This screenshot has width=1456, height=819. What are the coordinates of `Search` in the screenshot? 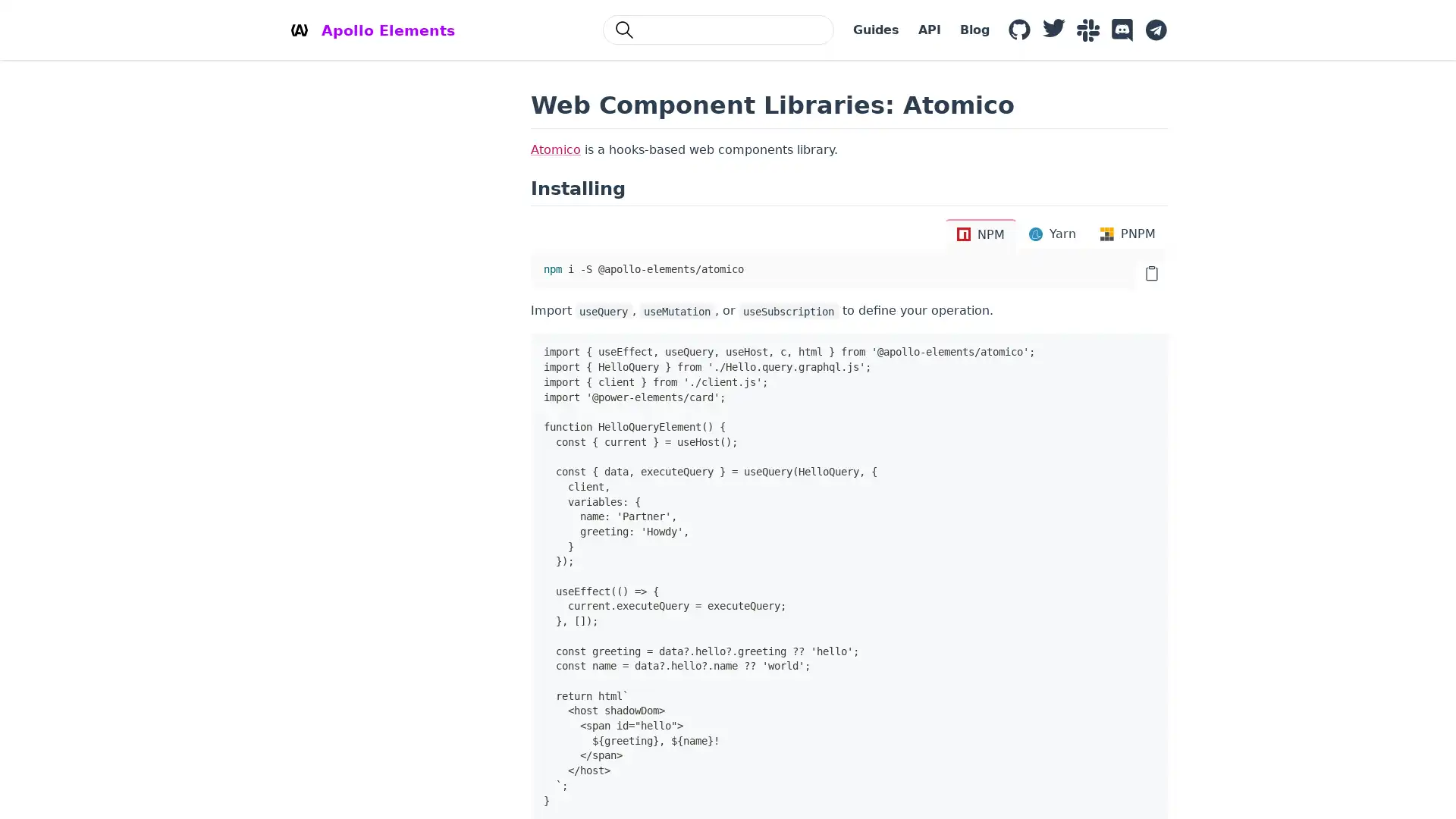 It's located at (624, 30).